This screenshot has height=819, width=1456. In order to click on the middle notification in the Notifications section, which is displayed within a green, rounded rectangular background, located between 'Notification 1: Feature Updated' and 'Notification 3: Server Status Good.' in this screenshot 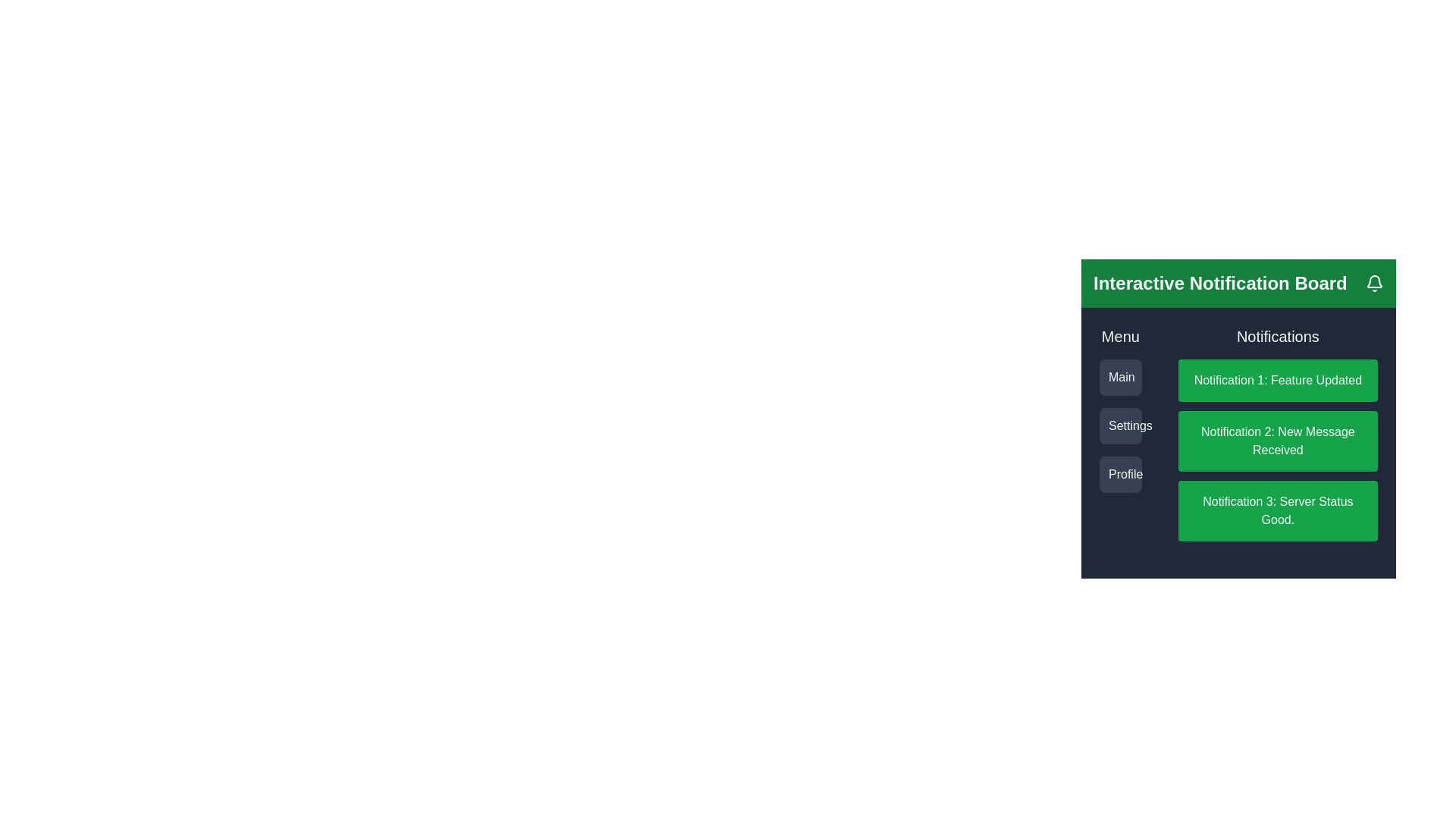, I will do `click(1277, 450)`.